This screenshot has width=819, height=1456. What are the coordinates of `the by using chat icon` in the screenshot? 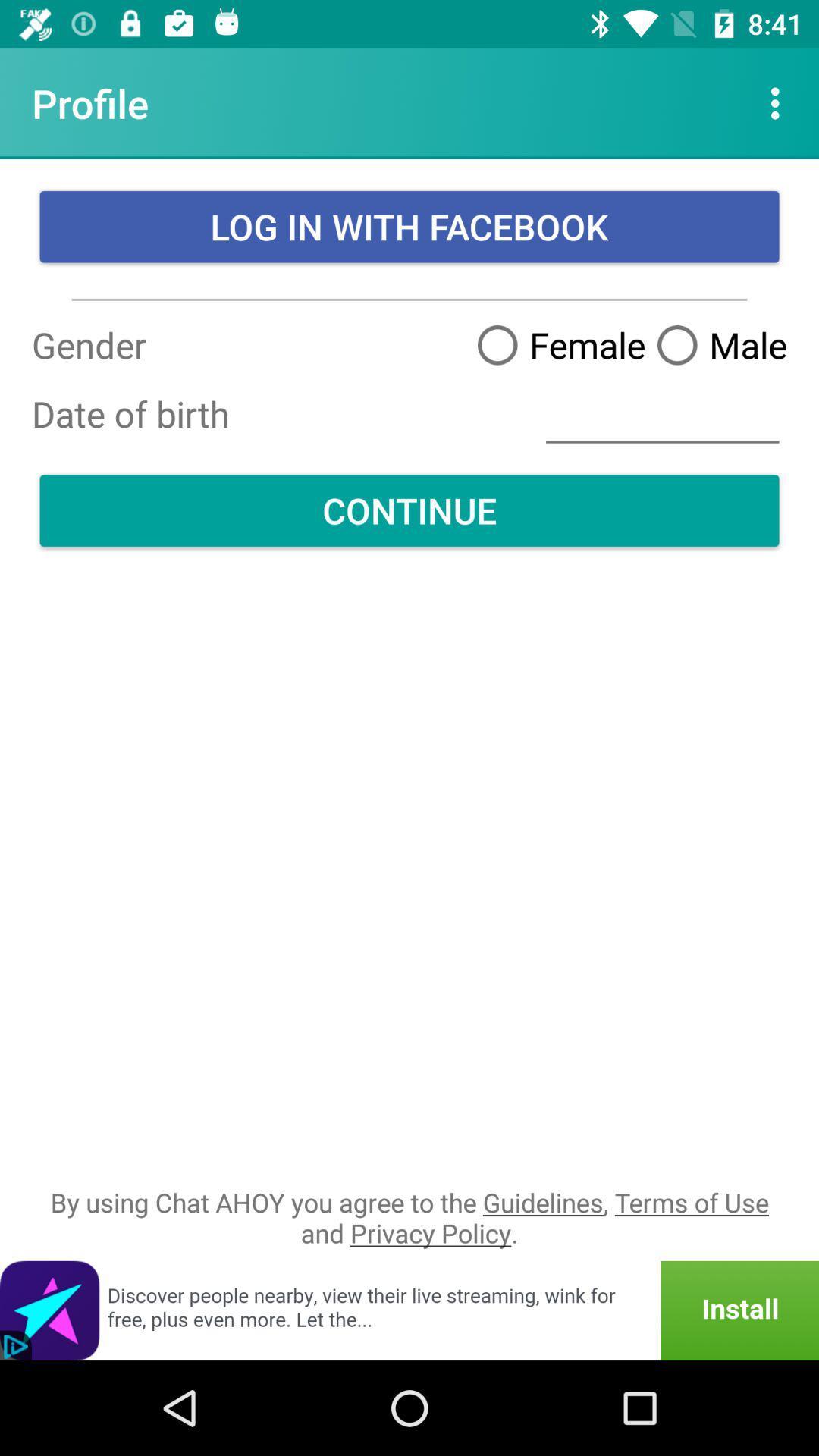 It's located at (409, 1217).